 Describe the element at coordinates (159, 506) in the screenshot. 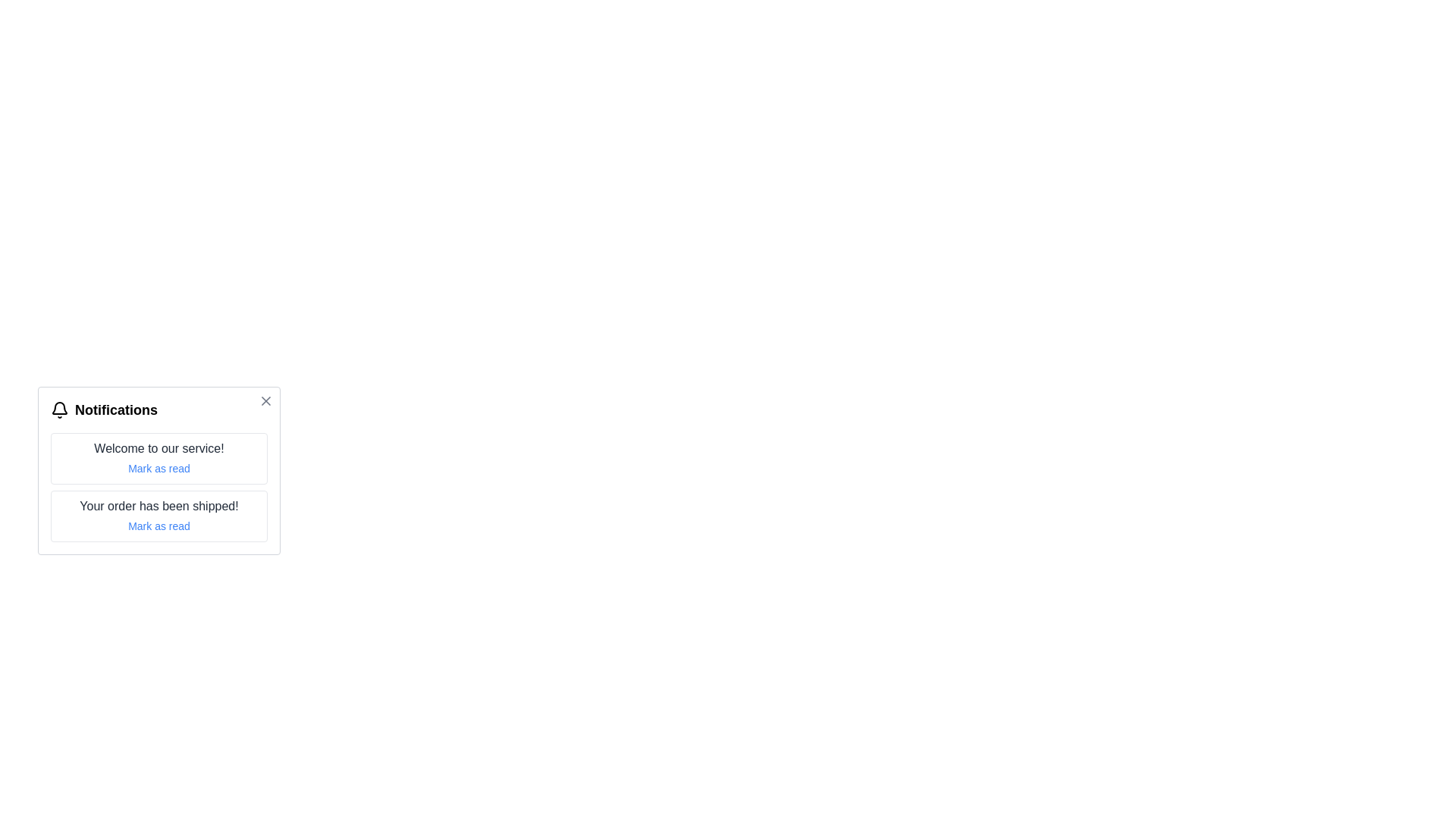

I see `the text label displaying 'Your order has been shipped!' which is styled in medium-sized dark gray text within a notification card` at that location.